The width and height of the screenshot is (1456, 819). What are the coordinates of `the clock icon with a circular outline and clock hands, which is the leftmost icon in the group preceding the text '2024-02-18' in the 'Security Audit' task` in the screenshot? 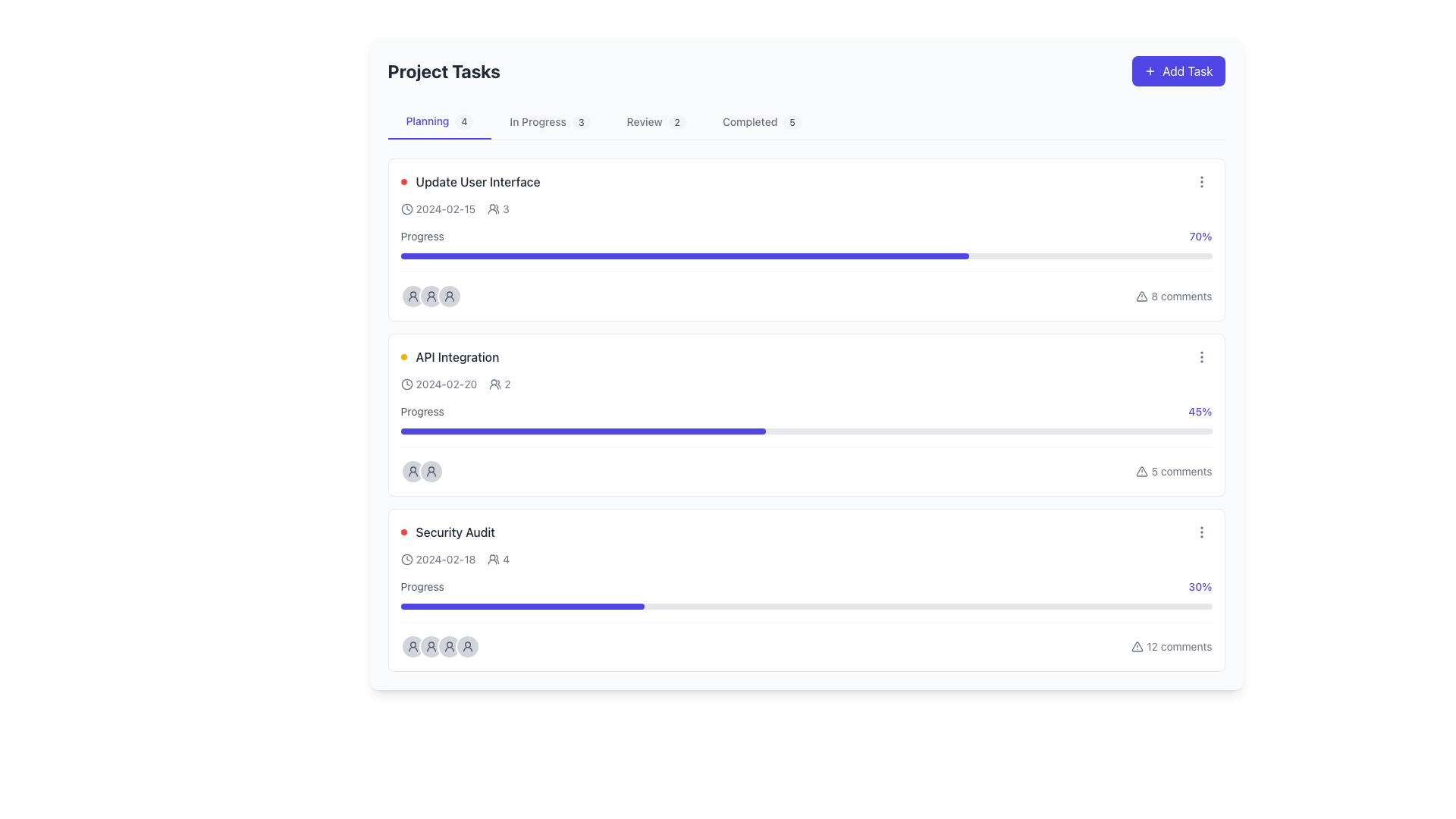 It's located at (406, 559).